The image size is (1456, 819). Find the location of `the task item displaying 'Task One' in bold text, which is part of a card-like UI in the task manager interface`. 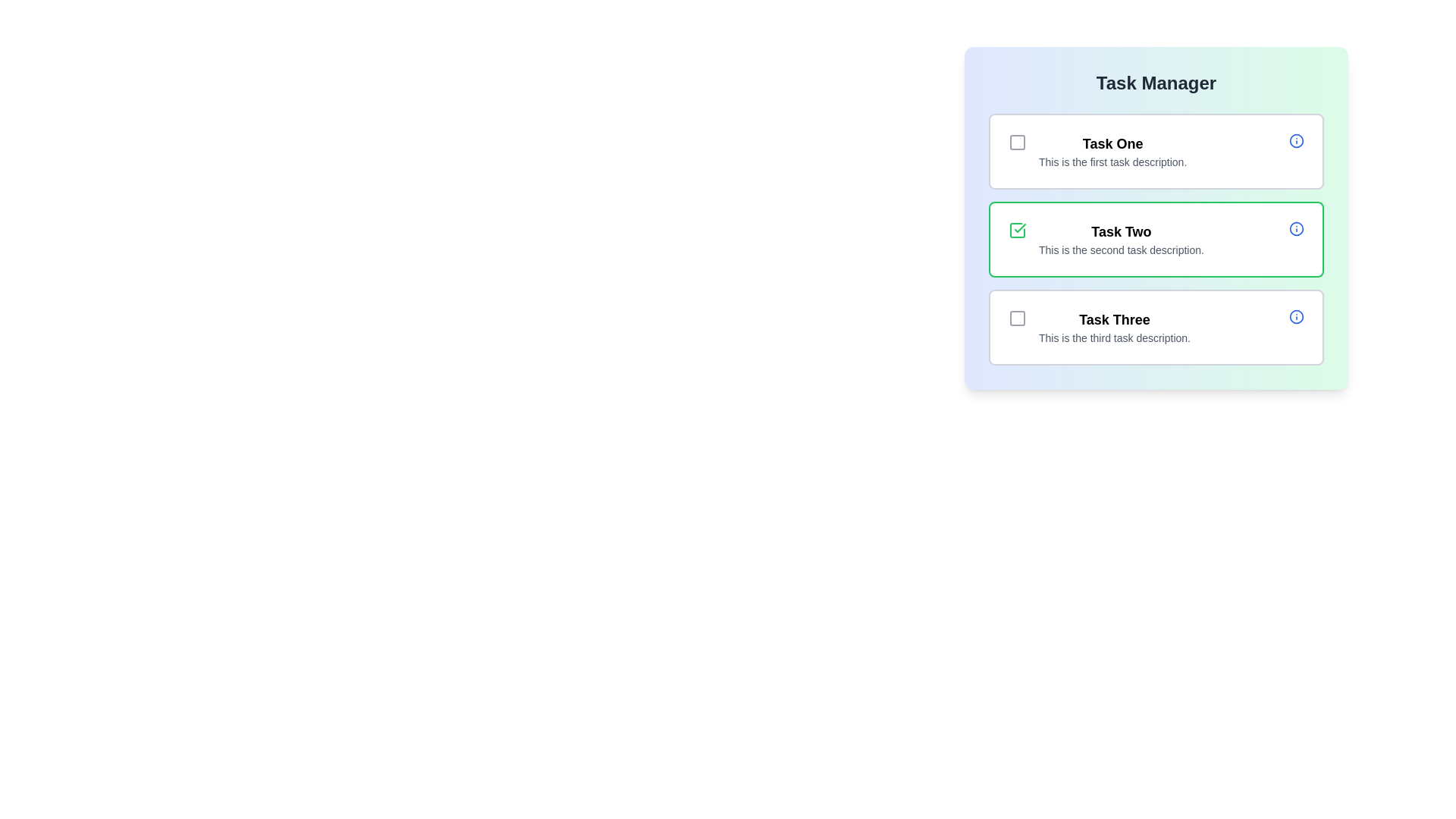

the task item displaying 'Task One' in bold text, which is part of a card-like UI in the task manager interface is located at coordinates (1112, 152).